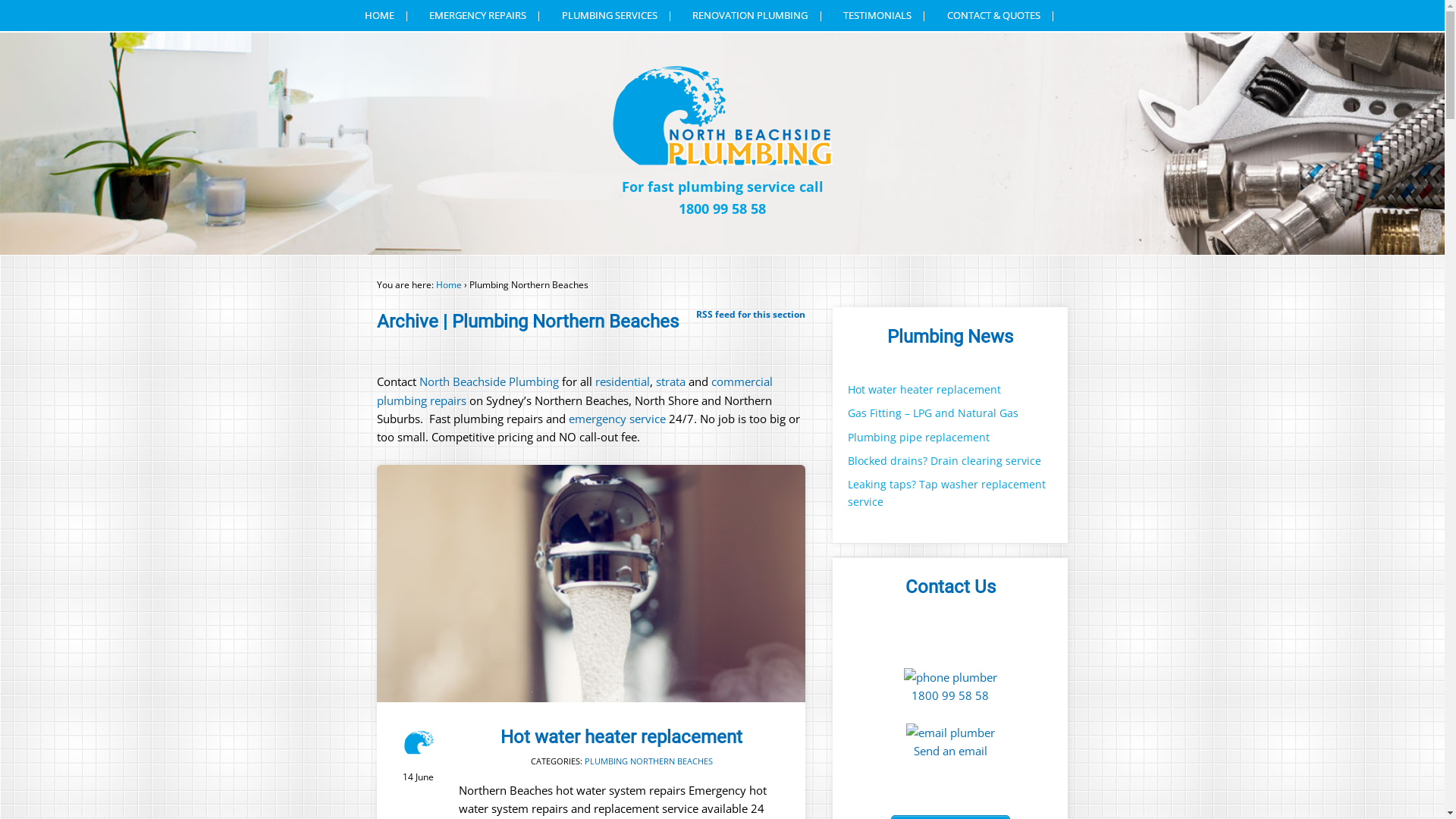 This screenshot has height=819, width=1456. What do you see at coordinates (617, 15) in the screenshot?
I see `'PLUMBING SERVICES'` at bounding box center [617, 15].